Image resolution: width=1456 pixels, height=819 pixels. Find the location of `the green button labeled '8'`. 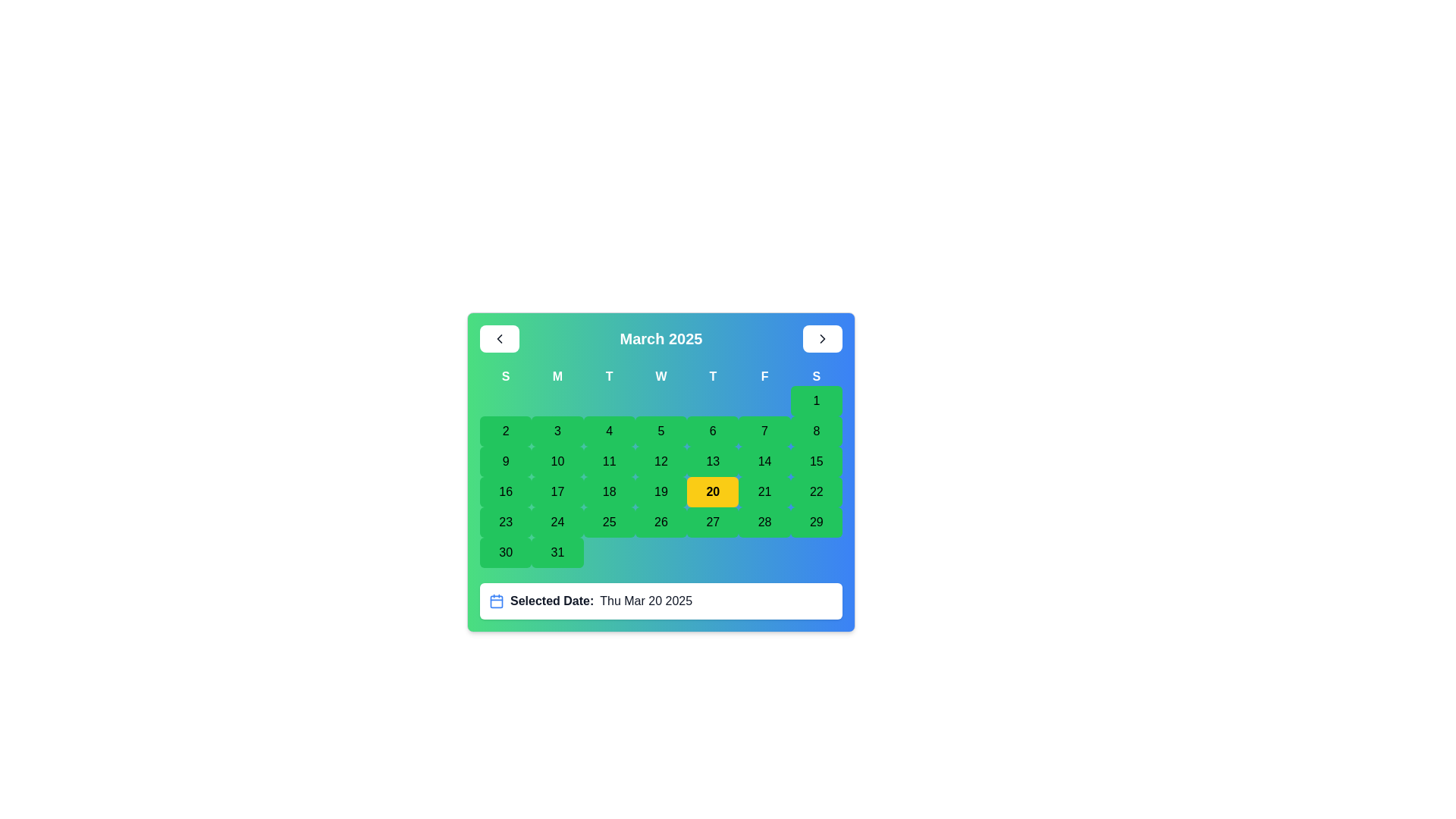

the green button labeled '8' is located at coordinates (815, 431).